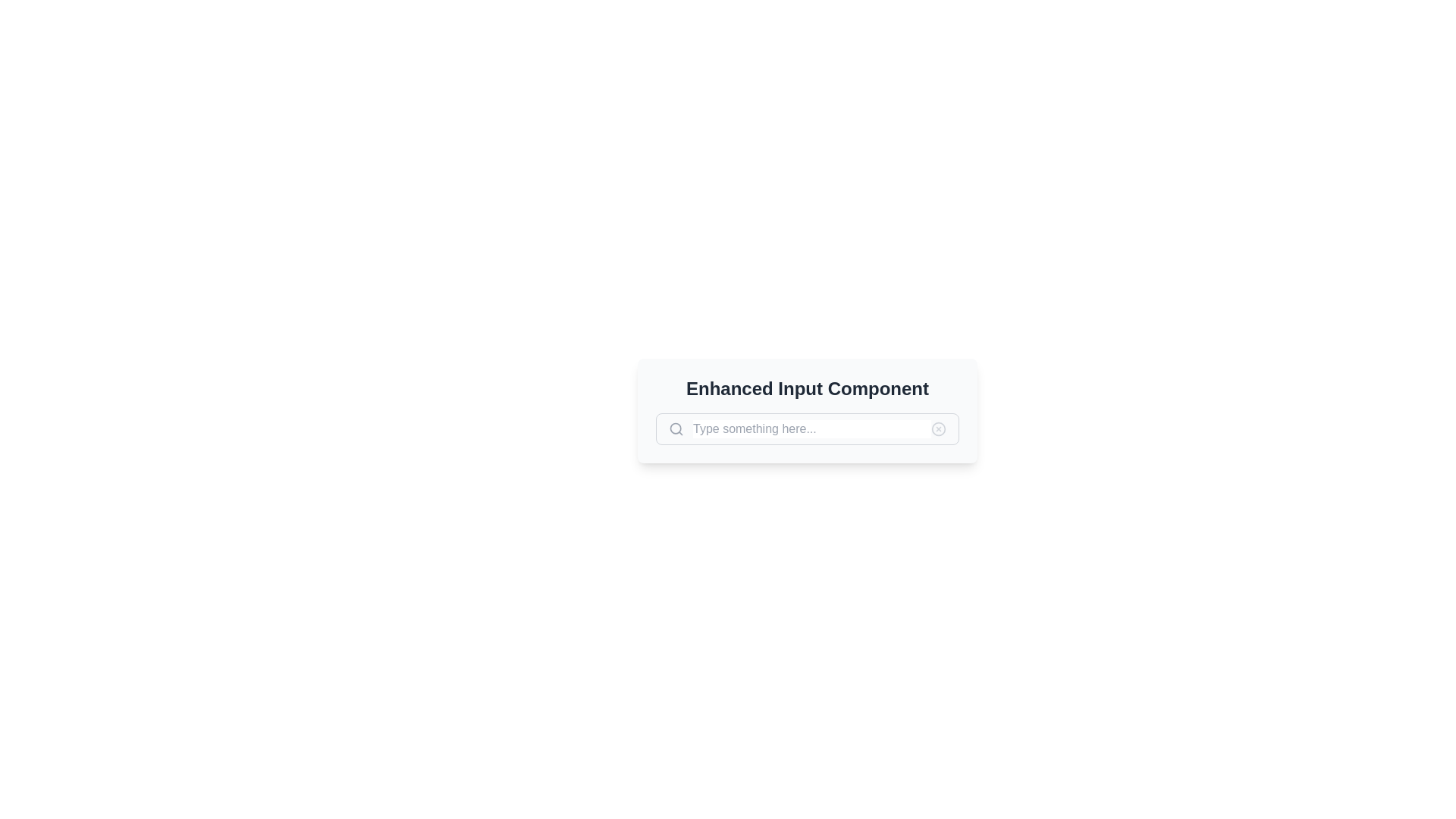 This screenshot has height=819, width=1456. What do you see at coordinates (807, 388) in the screenshot?
I see `the bold text labeled 'Enhanced Input Component', which is prominently displayed in a large font size and dark gray color within a light gray rounded rectangular box` at bounding box center [807, 388].